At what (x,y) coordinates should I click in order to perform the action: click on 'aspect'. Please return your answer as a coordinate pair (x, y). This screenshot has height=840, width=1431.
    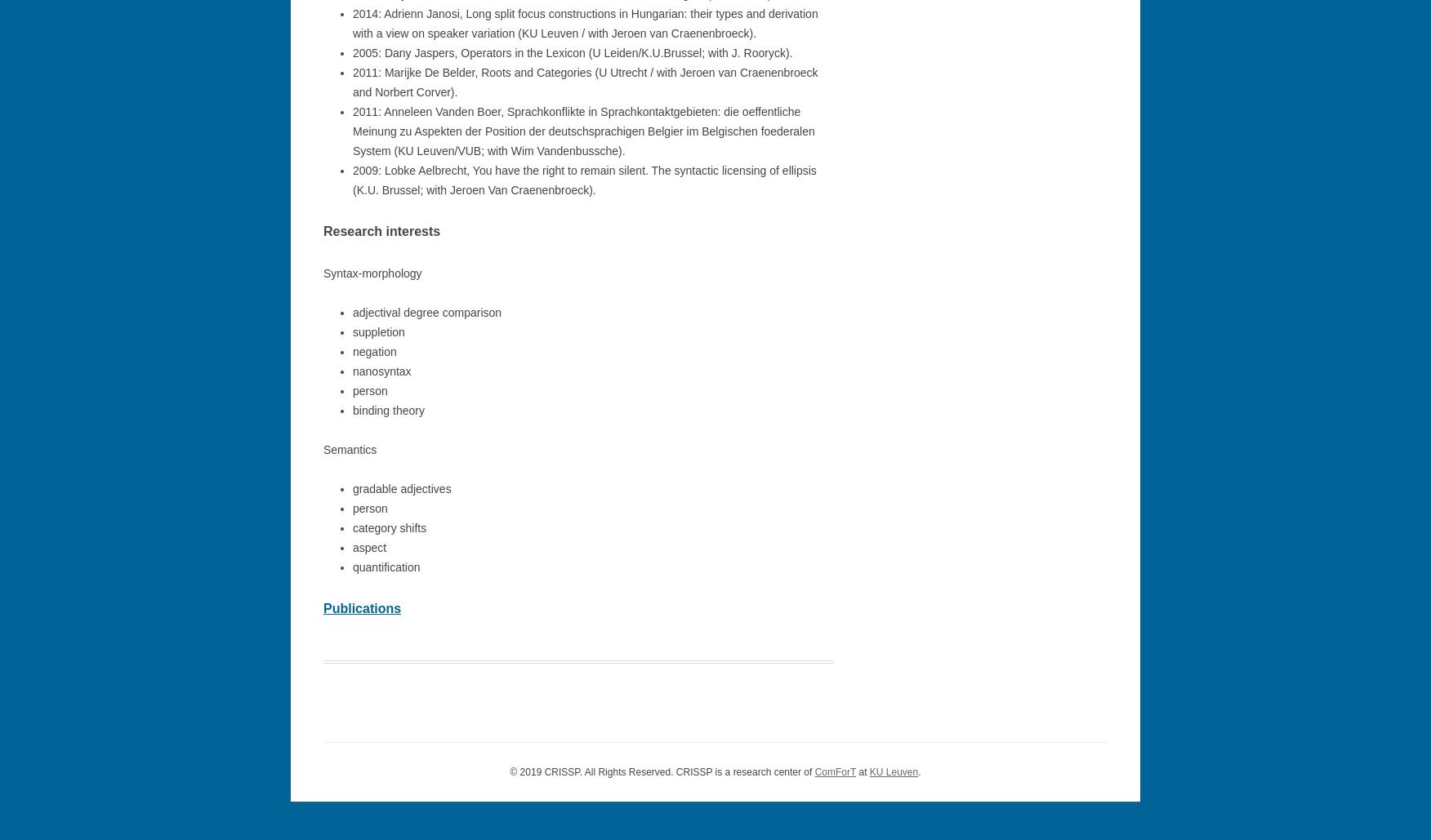
    Looking at the image, I should click on (352, 545).